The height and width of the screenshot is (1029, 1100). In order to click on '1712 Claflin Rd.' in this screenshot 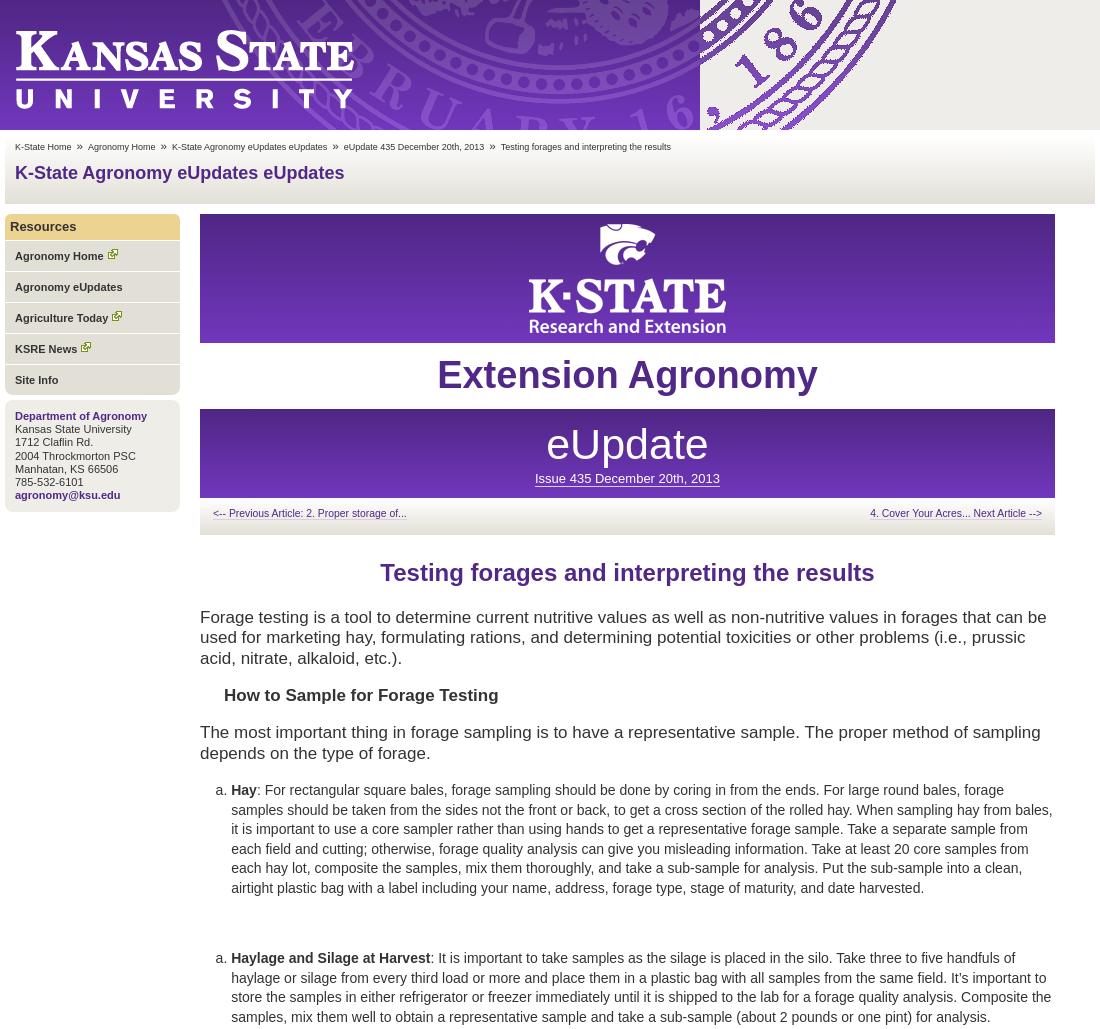, I will do `click(53, 441)`.